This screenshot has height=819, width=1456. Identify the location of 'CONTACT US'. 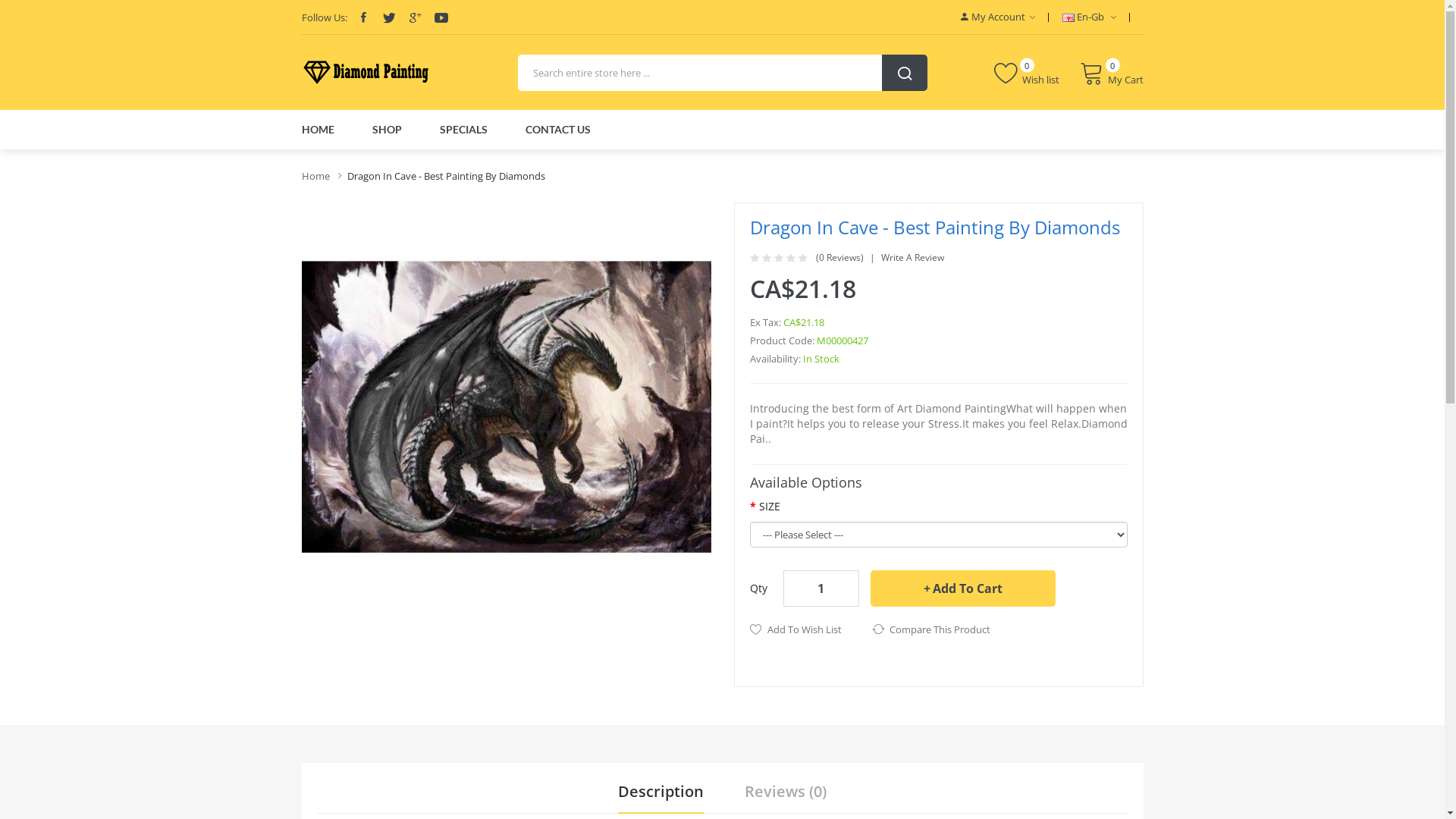
(556, 128).